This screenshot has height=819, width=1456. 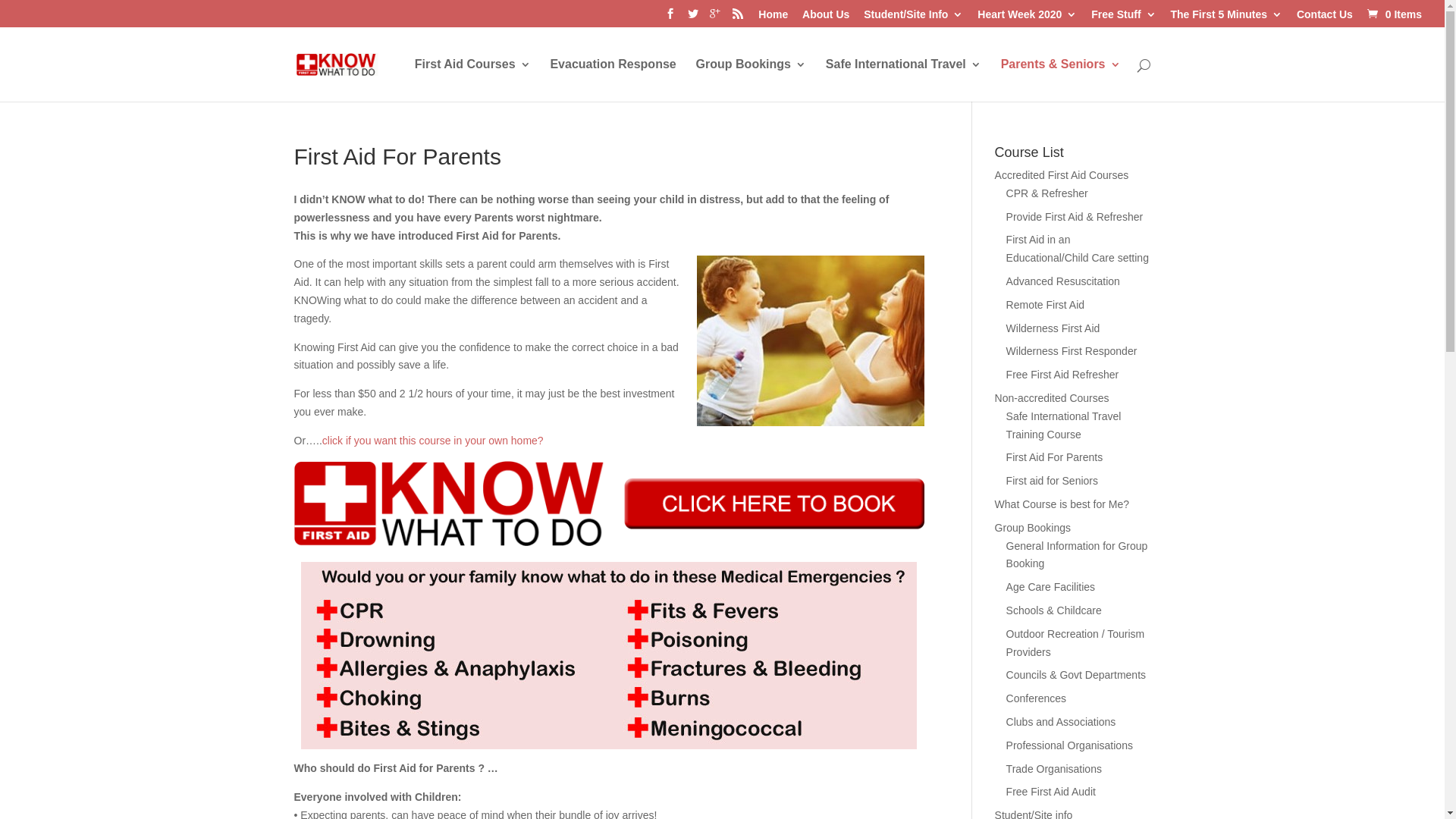 I want to click on 'Parents & Seniors', so click(x=1001, y=80).